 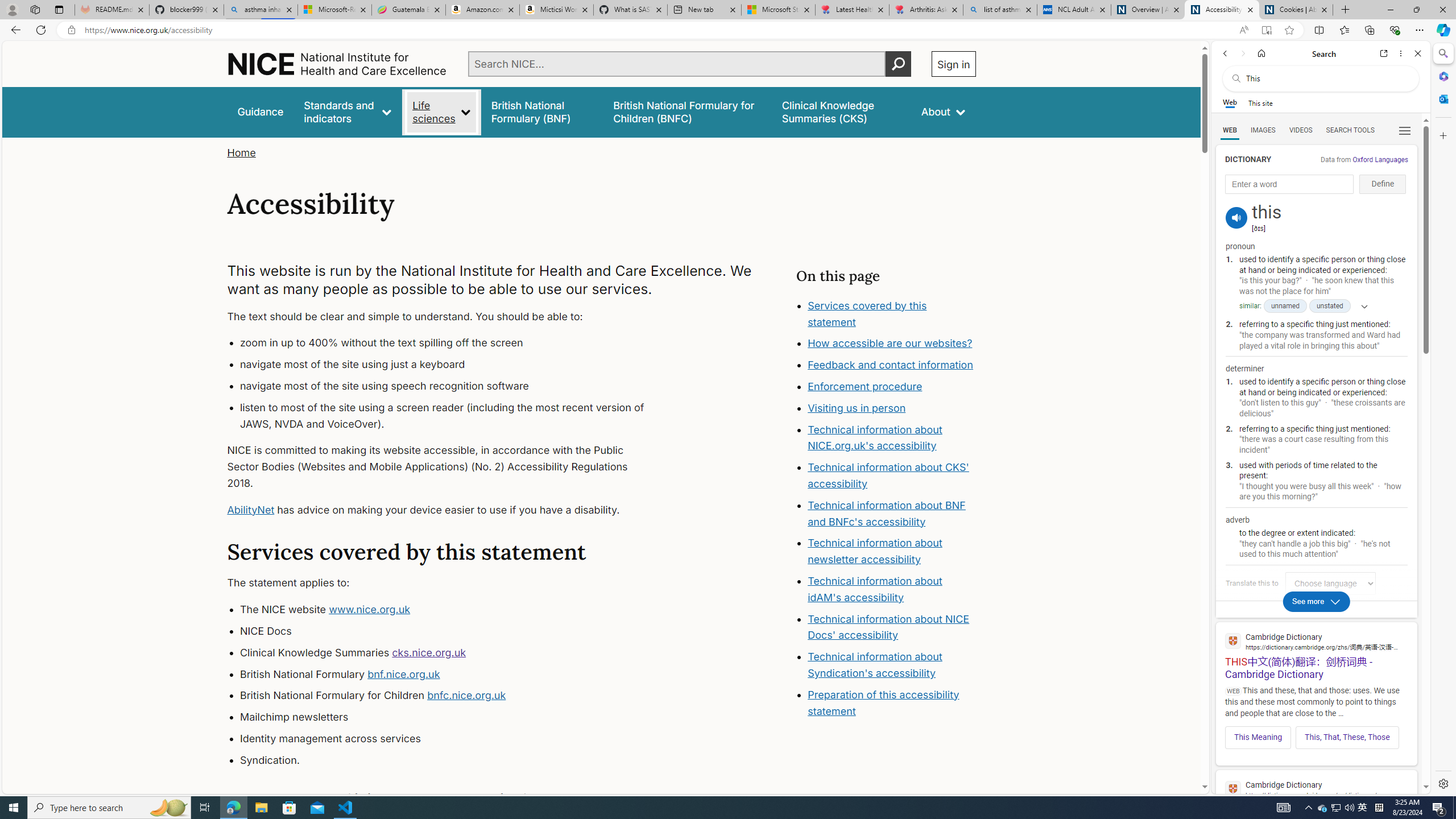 What do you see at coordinates (1316, 788) in the screenshot?
I see `'Cambridge Dictionary'` at bounding box center [1316, 788].